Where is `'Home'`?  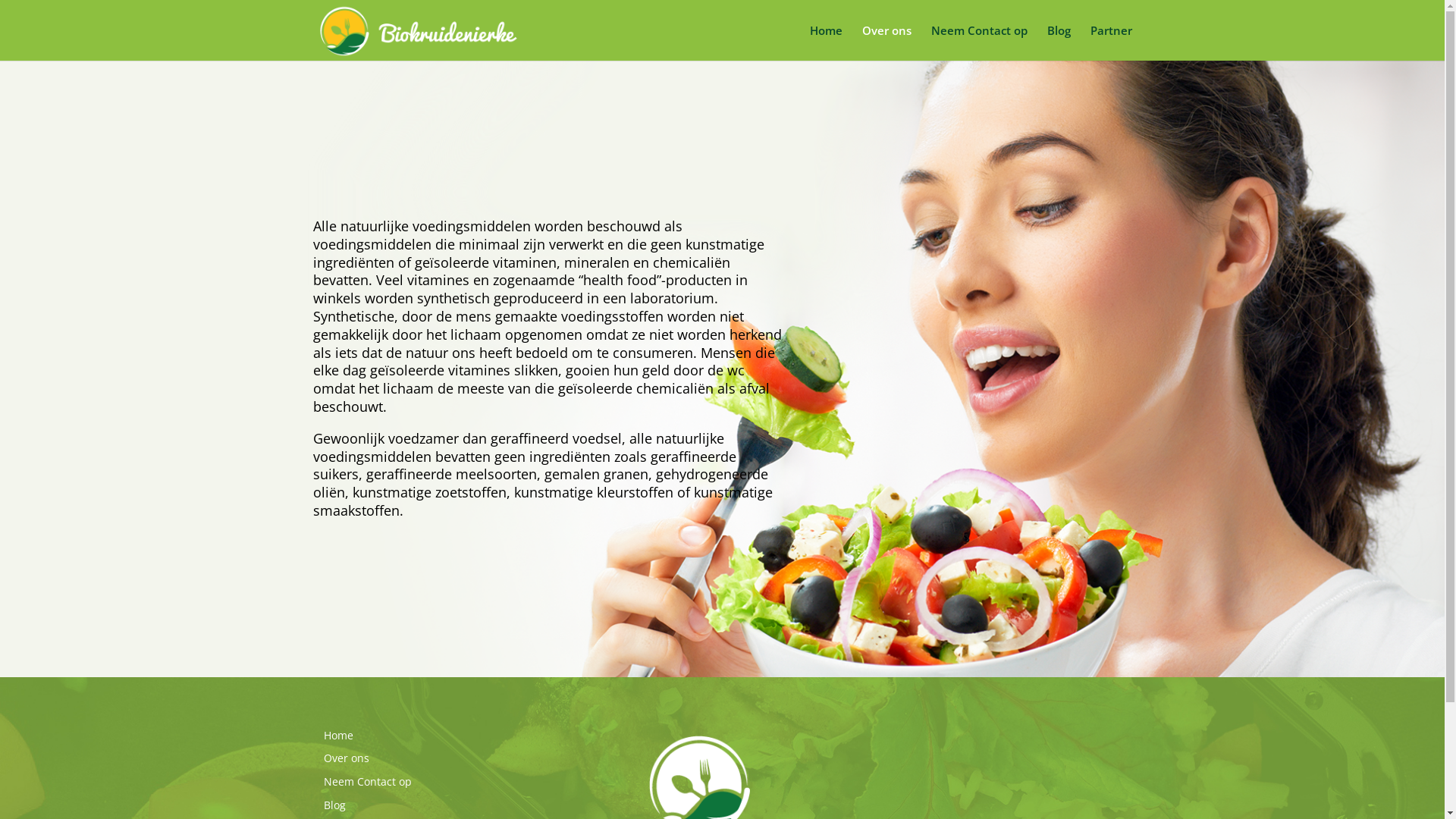
'Home' is located at coordinates (337, 734).